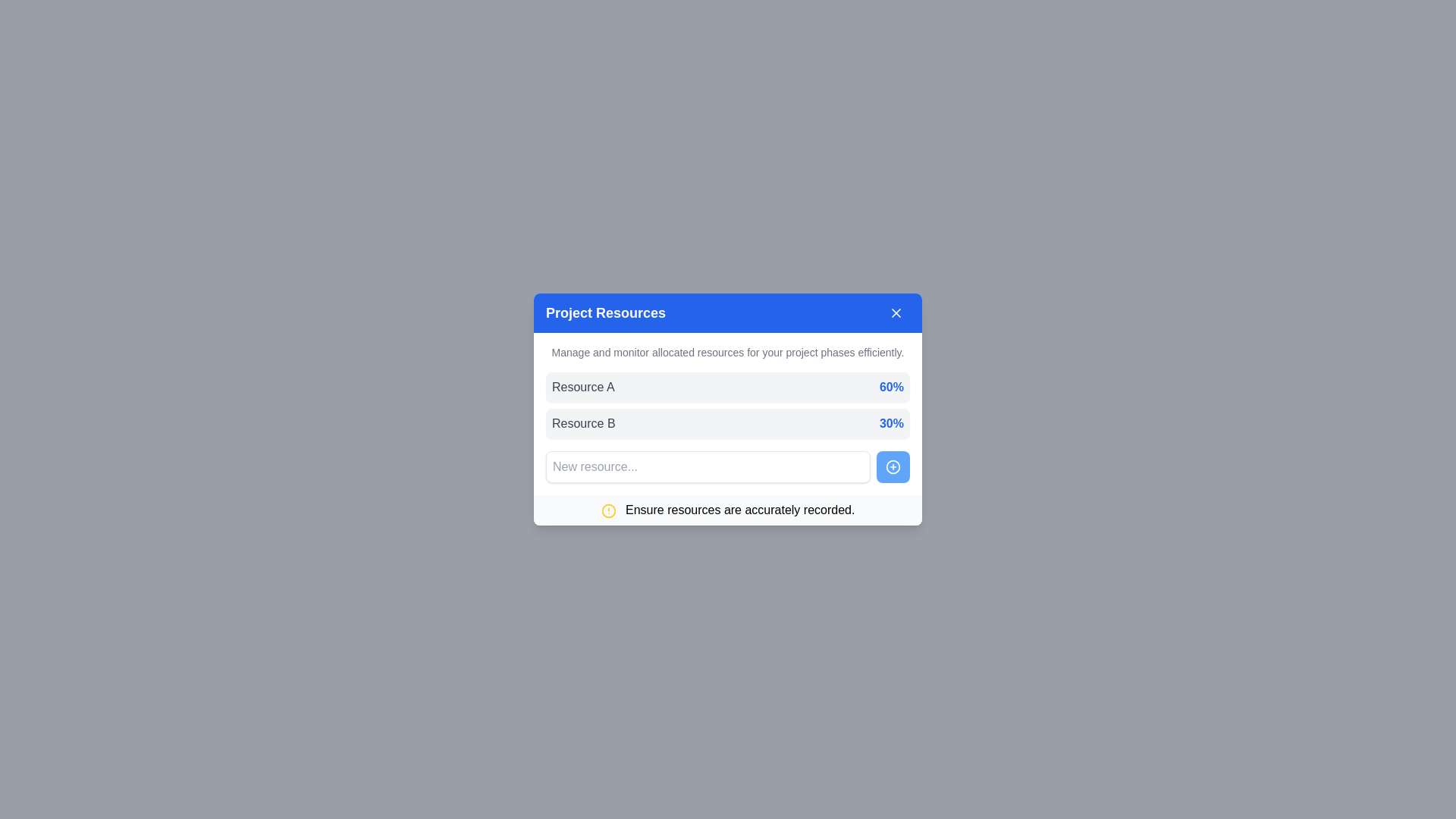 The width and height of the screenshot is (1456, 819). Describe the element at coordinates (896, 312) in the screenshot. I see `the close button located at the top-right corner of the 'Project Resources' section to change its background color` at that location.